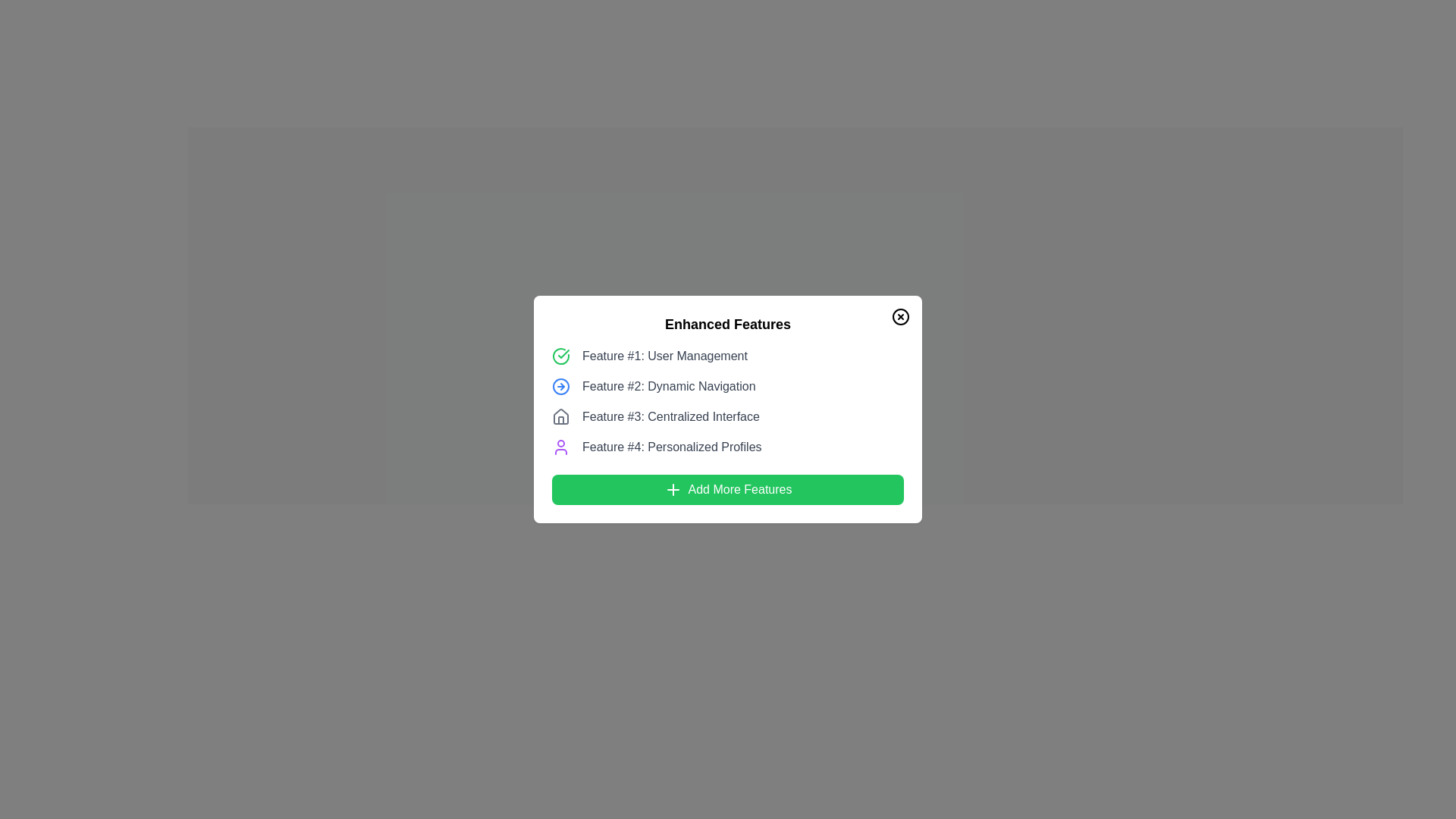  What do you see at coordinates (728, 417) in the screenshot?
I see `the label displaying 'Feature #3: Centralized Interface' with its accompanying icon, which is positioned between 'Feature #2: Dynamic Navigation' and 'Feature #4: Personalized Profiles'` at bounding box center [728, 417].